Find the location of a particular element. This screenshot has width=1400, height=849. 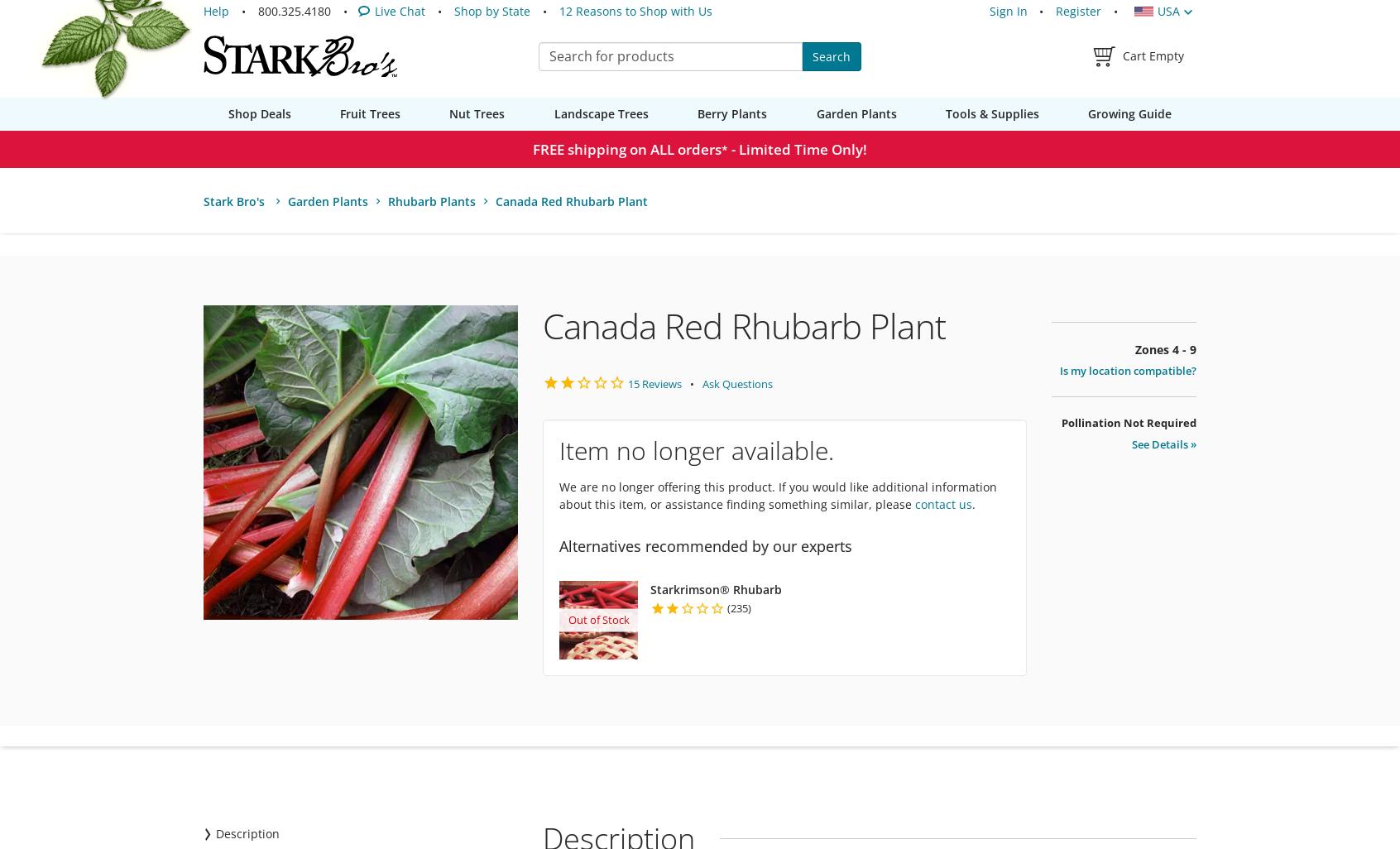

'Shop Deals' is located at coordinates (258, 113).